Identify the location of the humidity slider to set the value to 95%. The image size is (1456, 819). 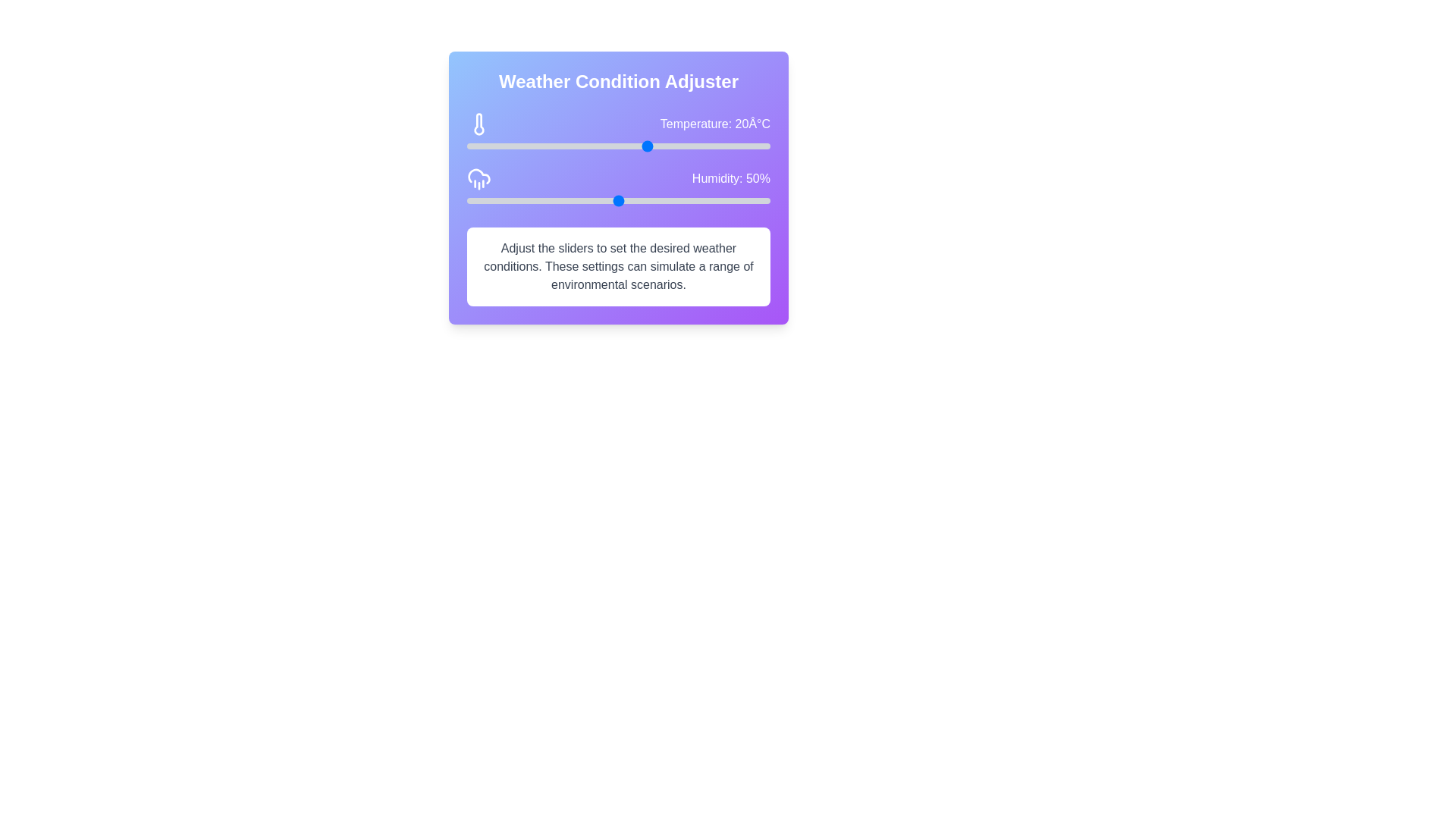
(755, 200).